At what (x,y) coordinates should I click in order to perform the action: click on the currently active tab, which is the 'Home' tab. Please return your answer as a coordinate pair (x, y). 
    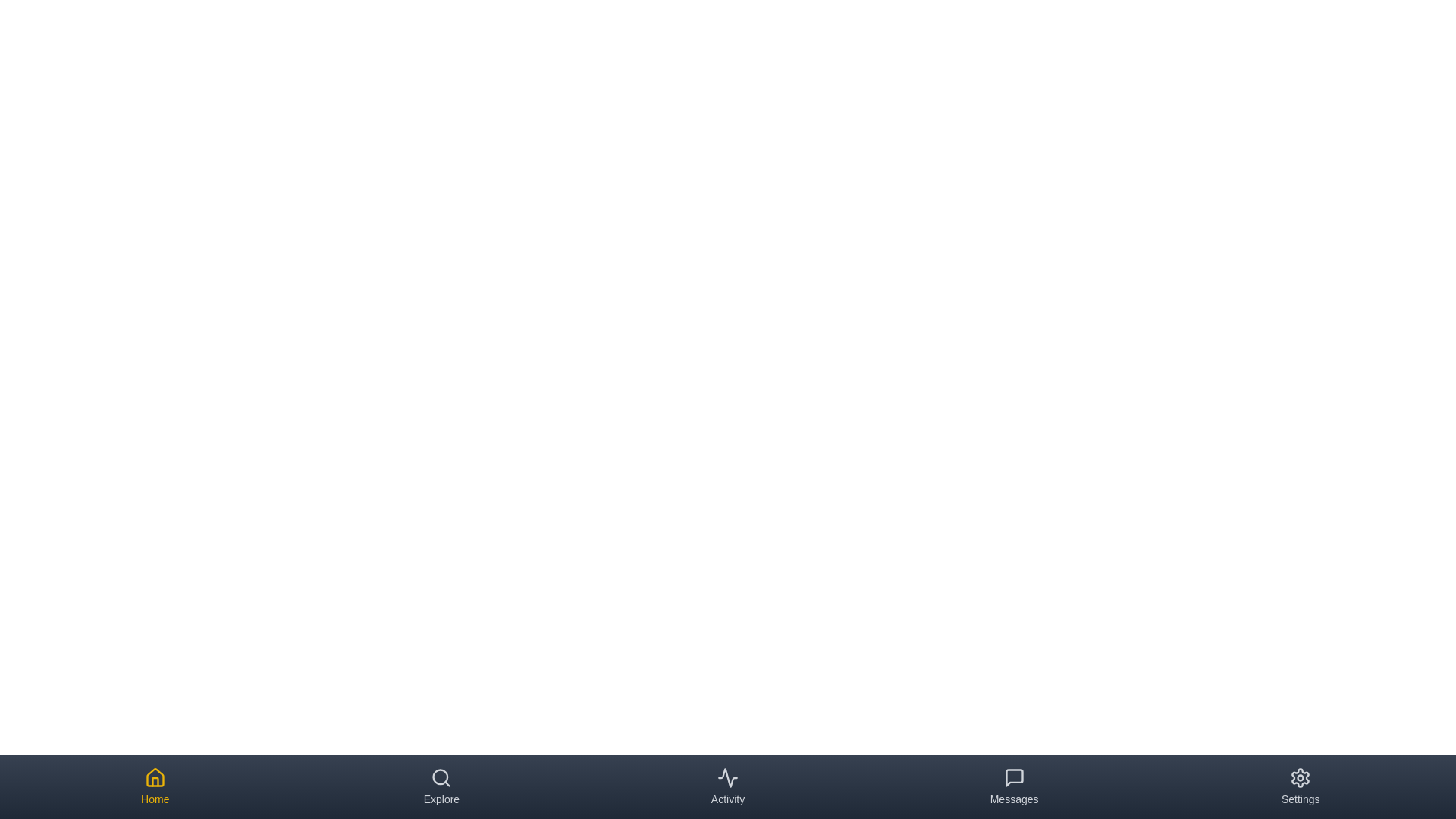
    Looking at the image, I should click on (155, 786).